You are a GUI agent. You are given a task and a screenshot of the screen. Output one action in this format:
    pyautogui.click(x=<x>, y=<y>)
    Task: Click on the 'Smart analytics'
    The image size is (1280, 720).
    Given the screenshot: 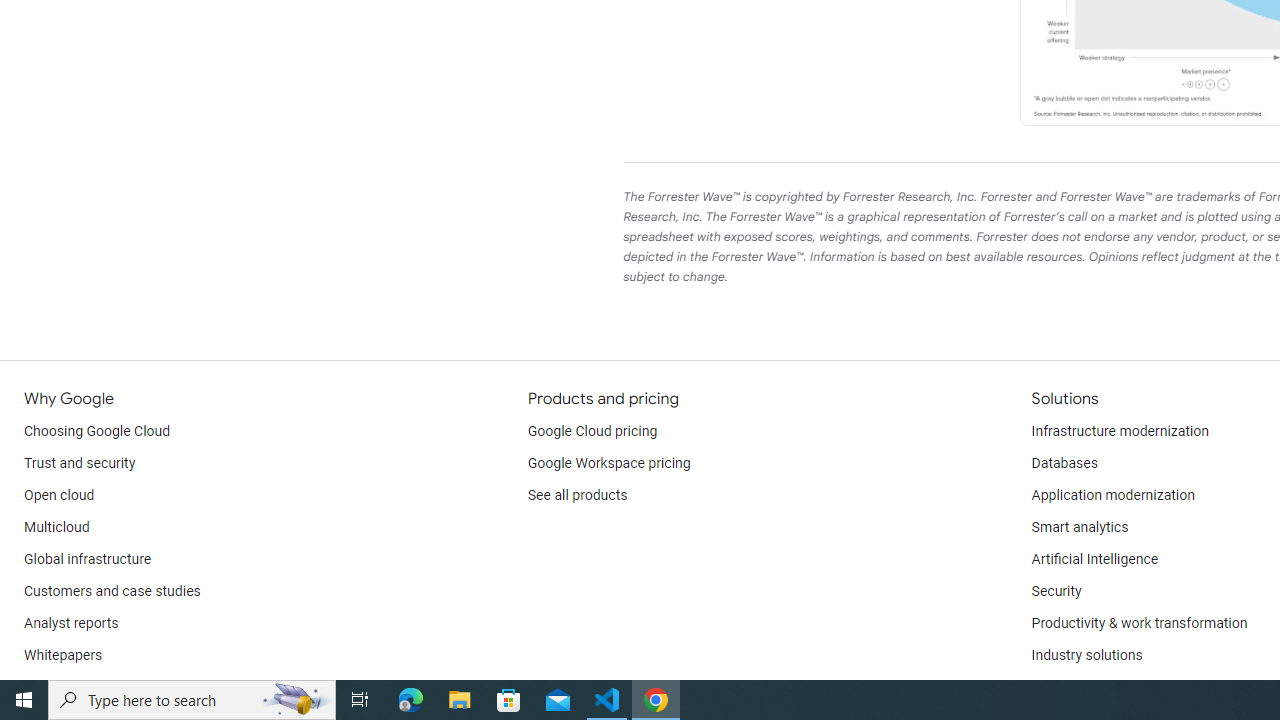 What is the action you would take?
    pyautogui.click(x=1078, y=527)
    